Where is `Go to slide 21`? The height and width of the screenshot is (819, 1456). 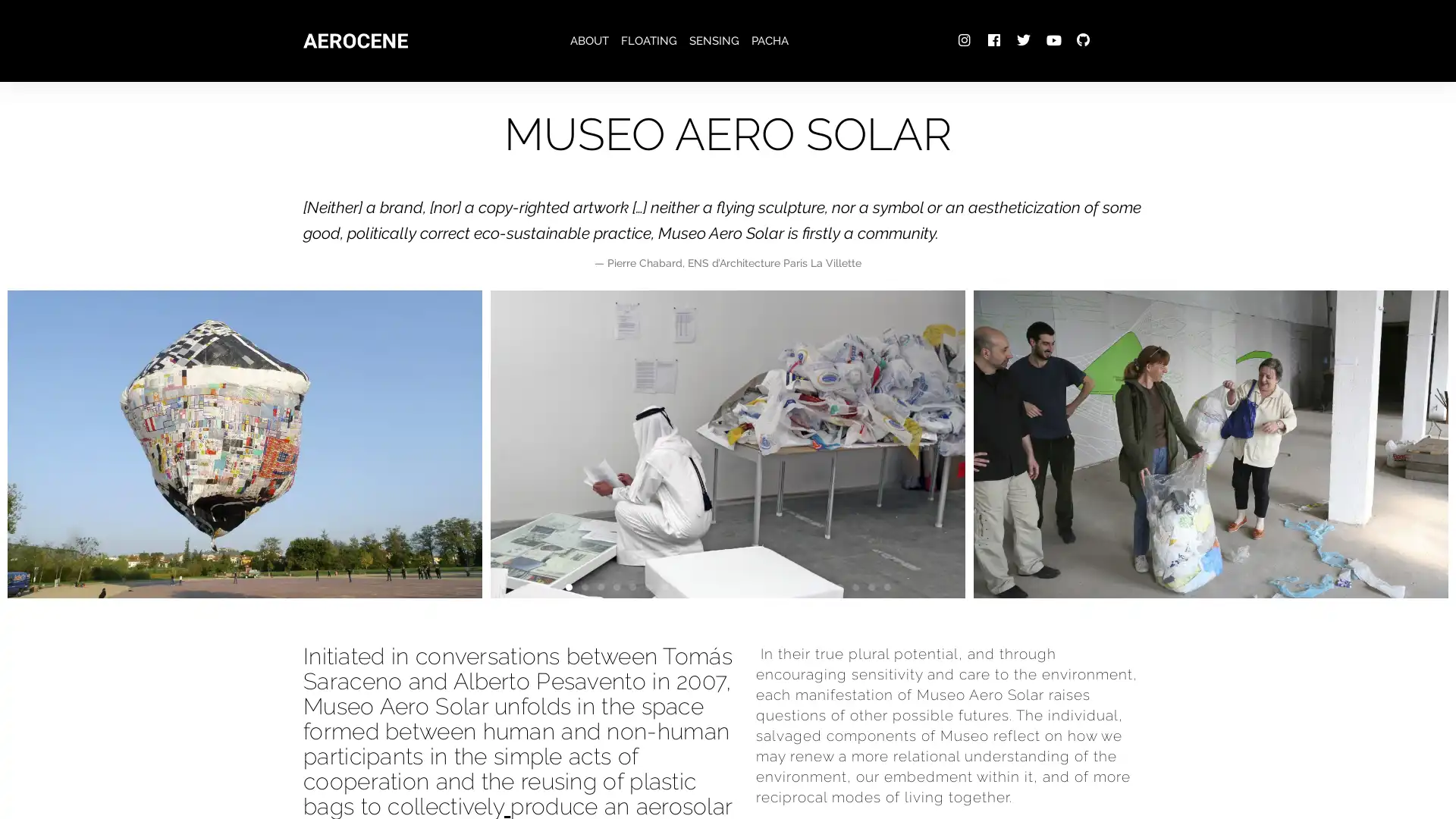 Go to slide 21 is located at coordinates (886, 586).